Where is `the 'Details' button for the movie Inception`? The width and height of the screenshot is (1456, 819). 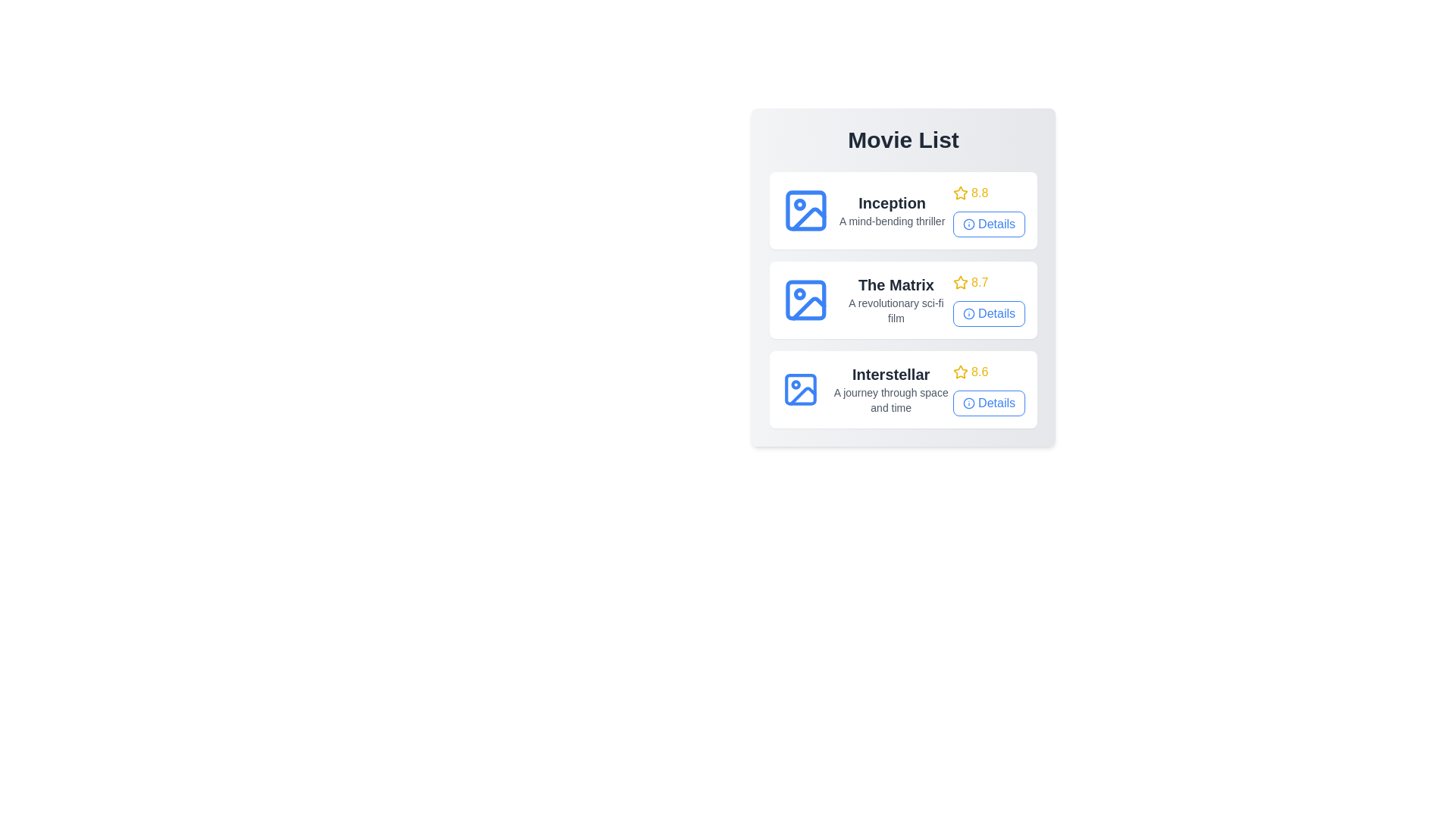 the 'Details' button for the movie Inception is located at coordinates (989, 224).